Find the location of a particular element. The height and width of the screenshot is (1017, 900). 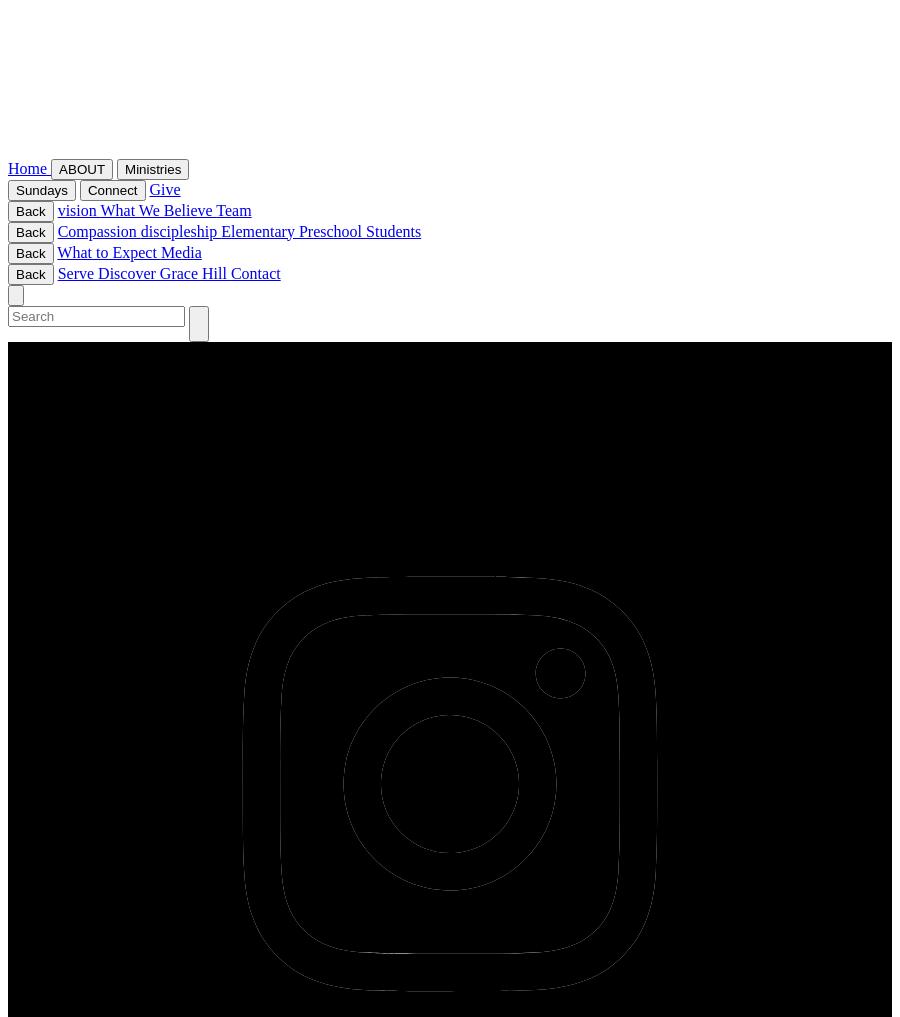

'What to Expect' is located at coordinates (107, 250).